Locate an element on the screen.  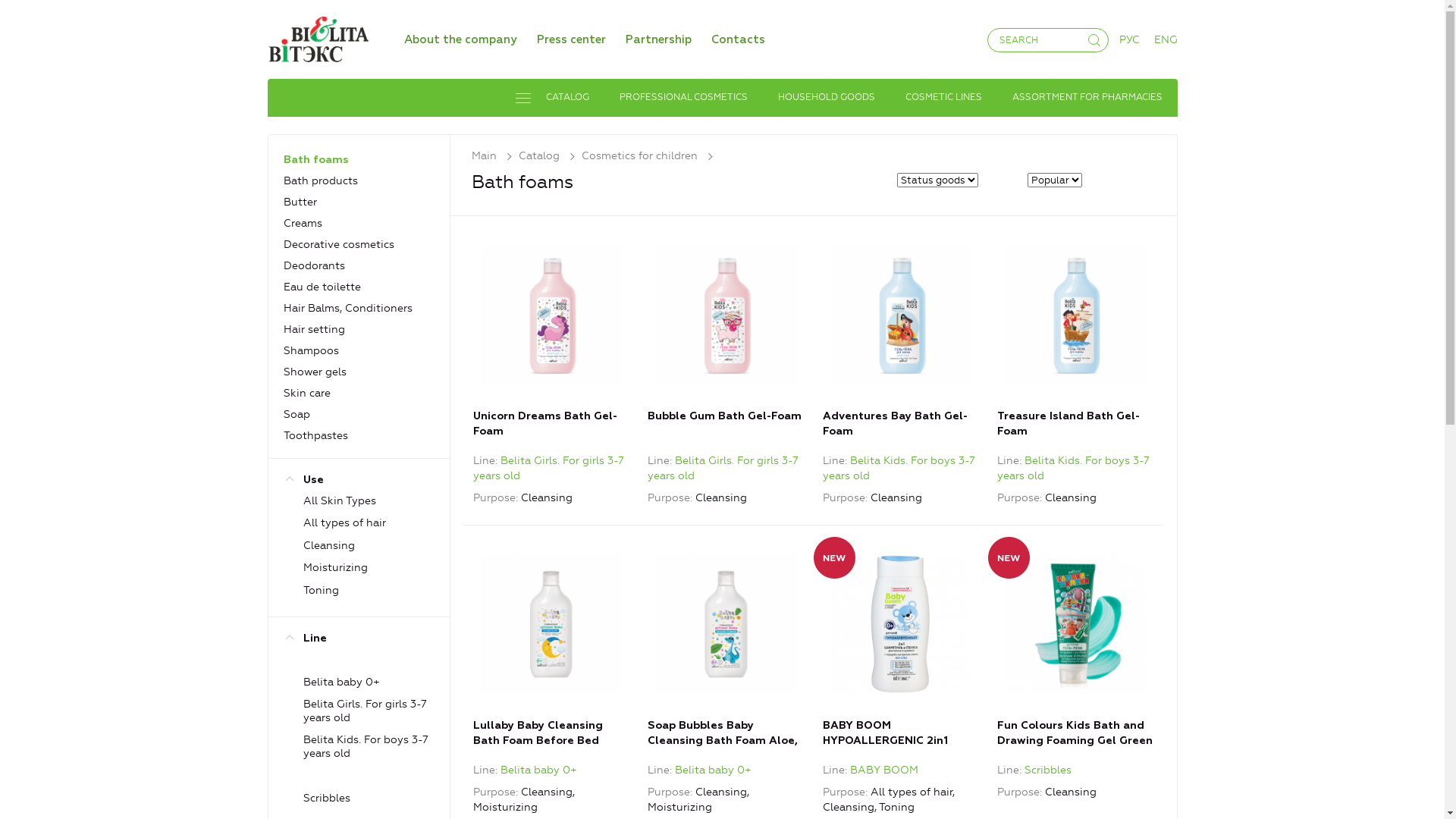
'Butter' is located at coordinates (300, 201).